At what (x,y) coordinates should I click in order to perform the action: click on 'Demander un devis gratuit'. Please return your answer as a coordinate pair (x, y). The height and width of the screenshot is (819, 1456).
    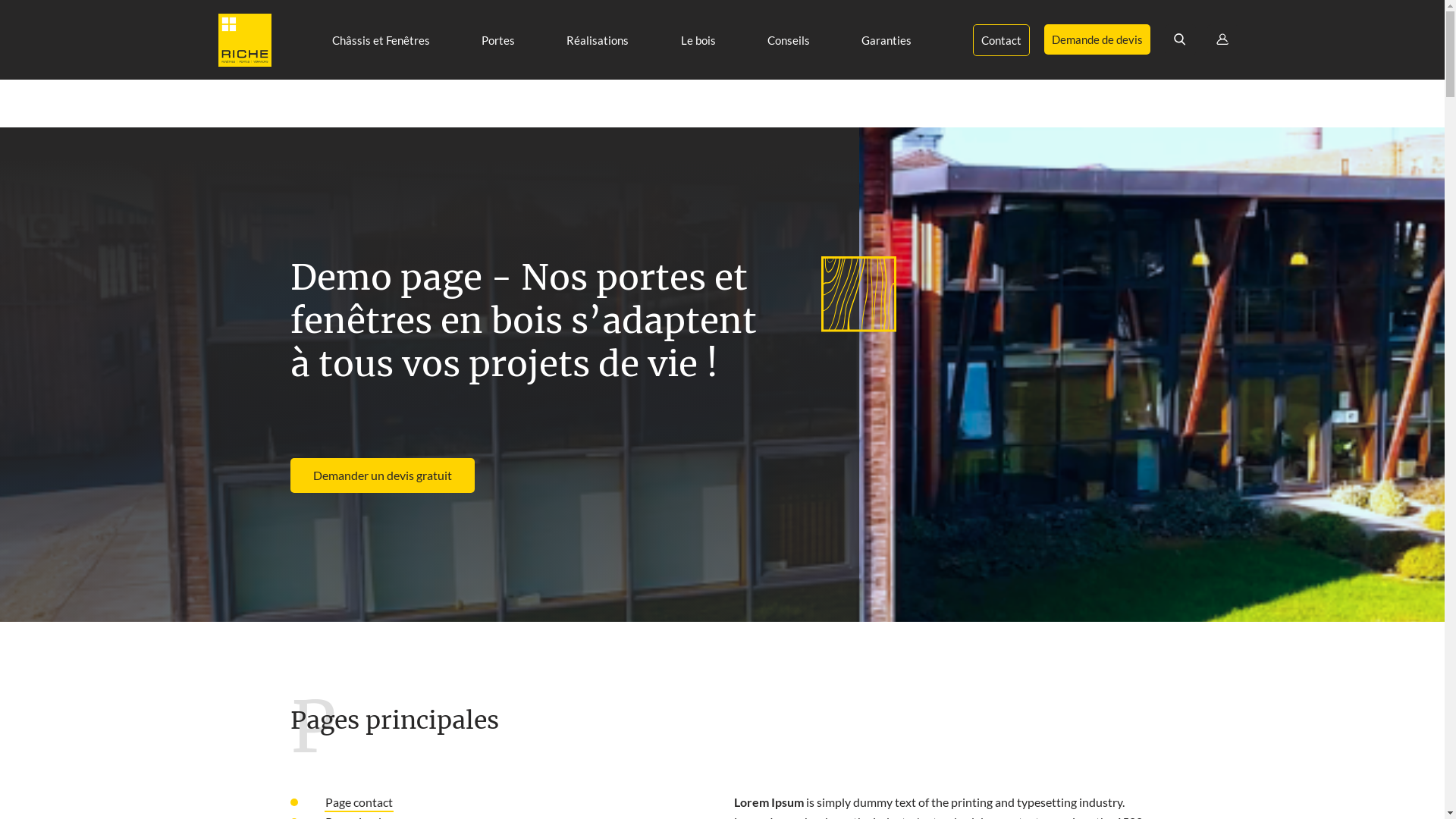
    Looking at the image, I should click on (381, 475).